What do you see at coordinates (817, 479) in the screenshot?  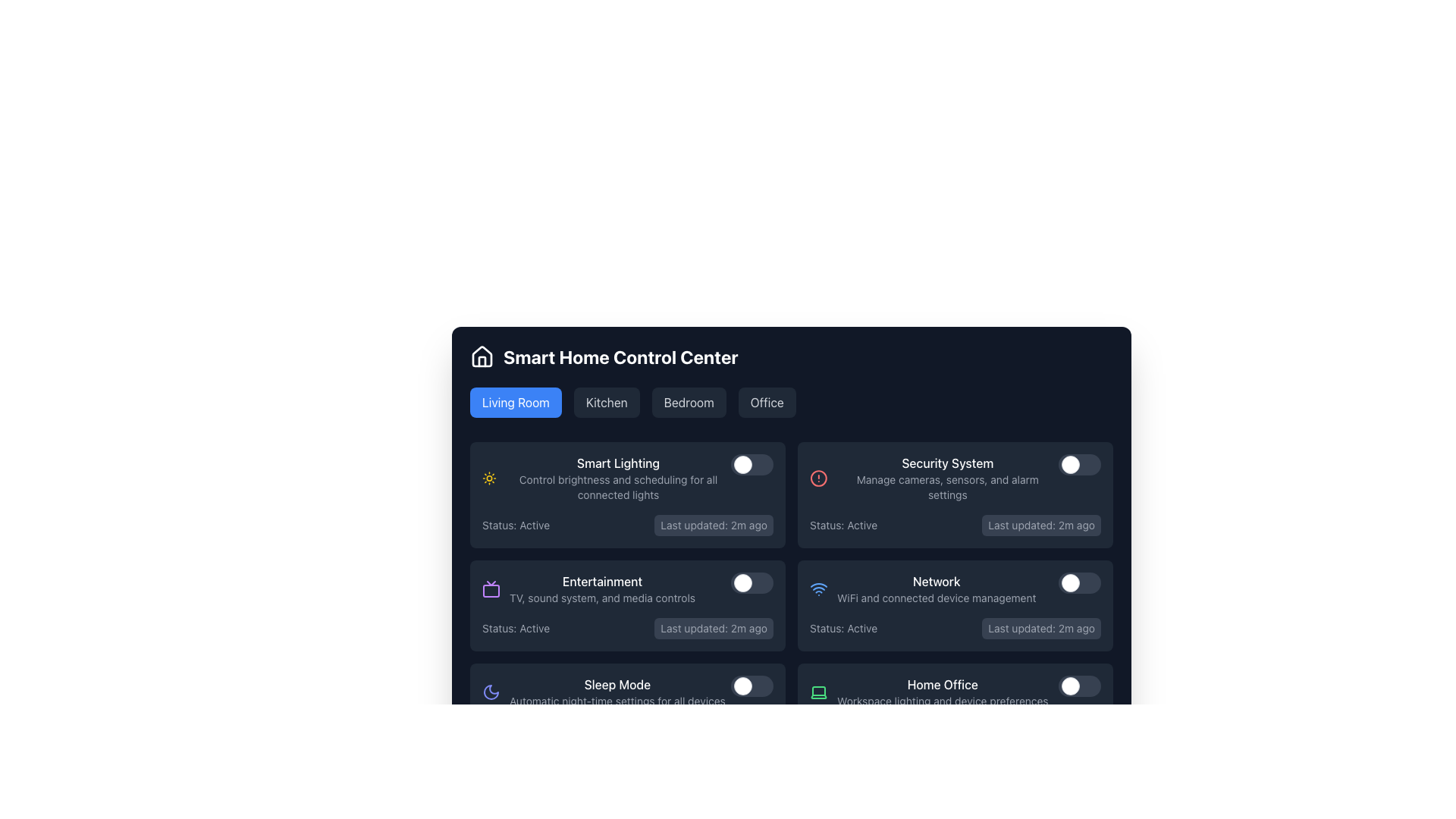 I see `the alert icon located on the left side of the 'Security System' title text, which indicates a warning or status notification` at bounding box center [817, 479].